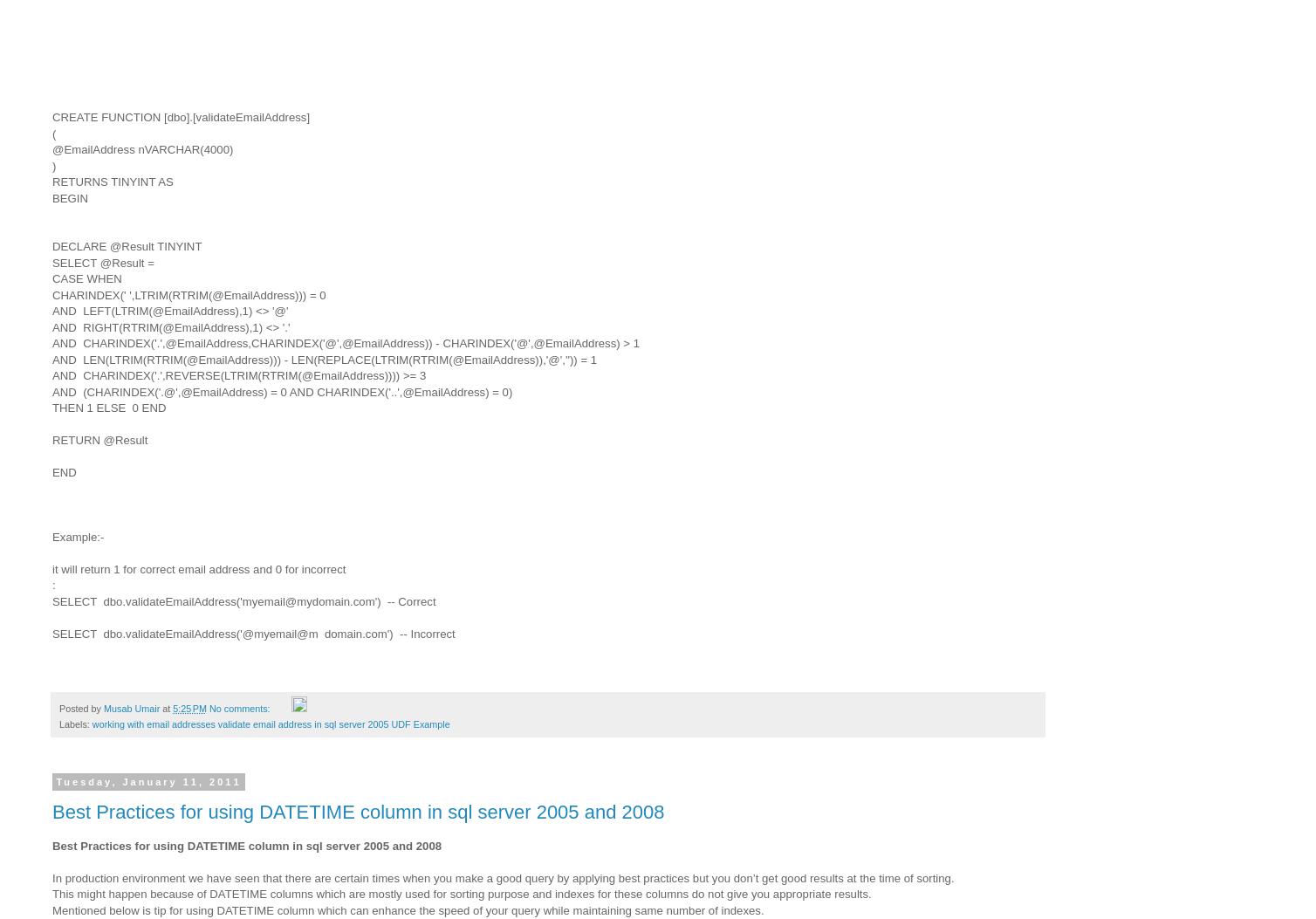 The image size is (1316, 919). I want to click on 'THEN 1 ELSE  0 END', so click(109, 407).